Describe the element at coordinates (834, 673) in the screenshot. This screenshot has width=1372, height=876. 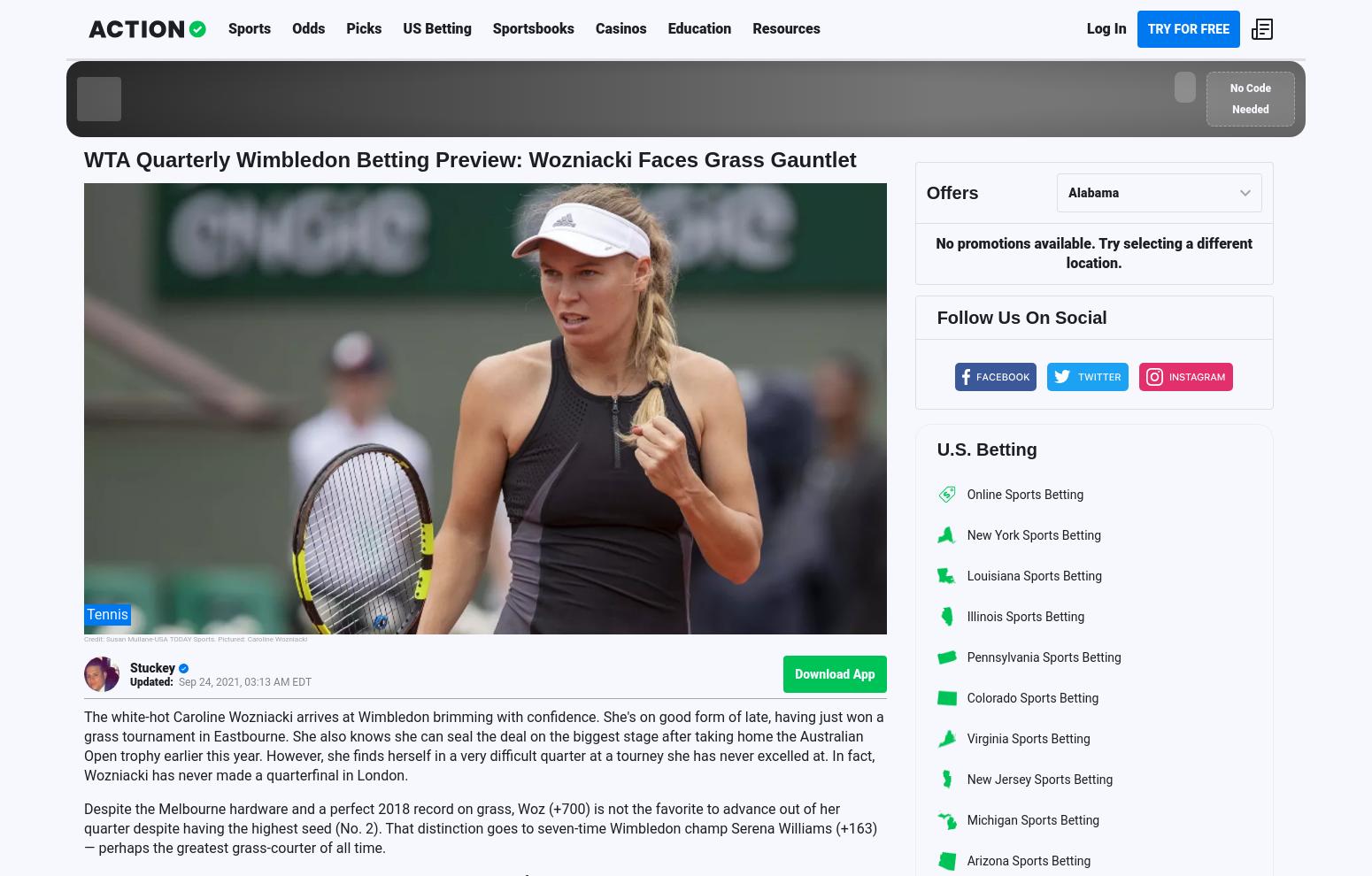
I see `'Download App'` at that location.